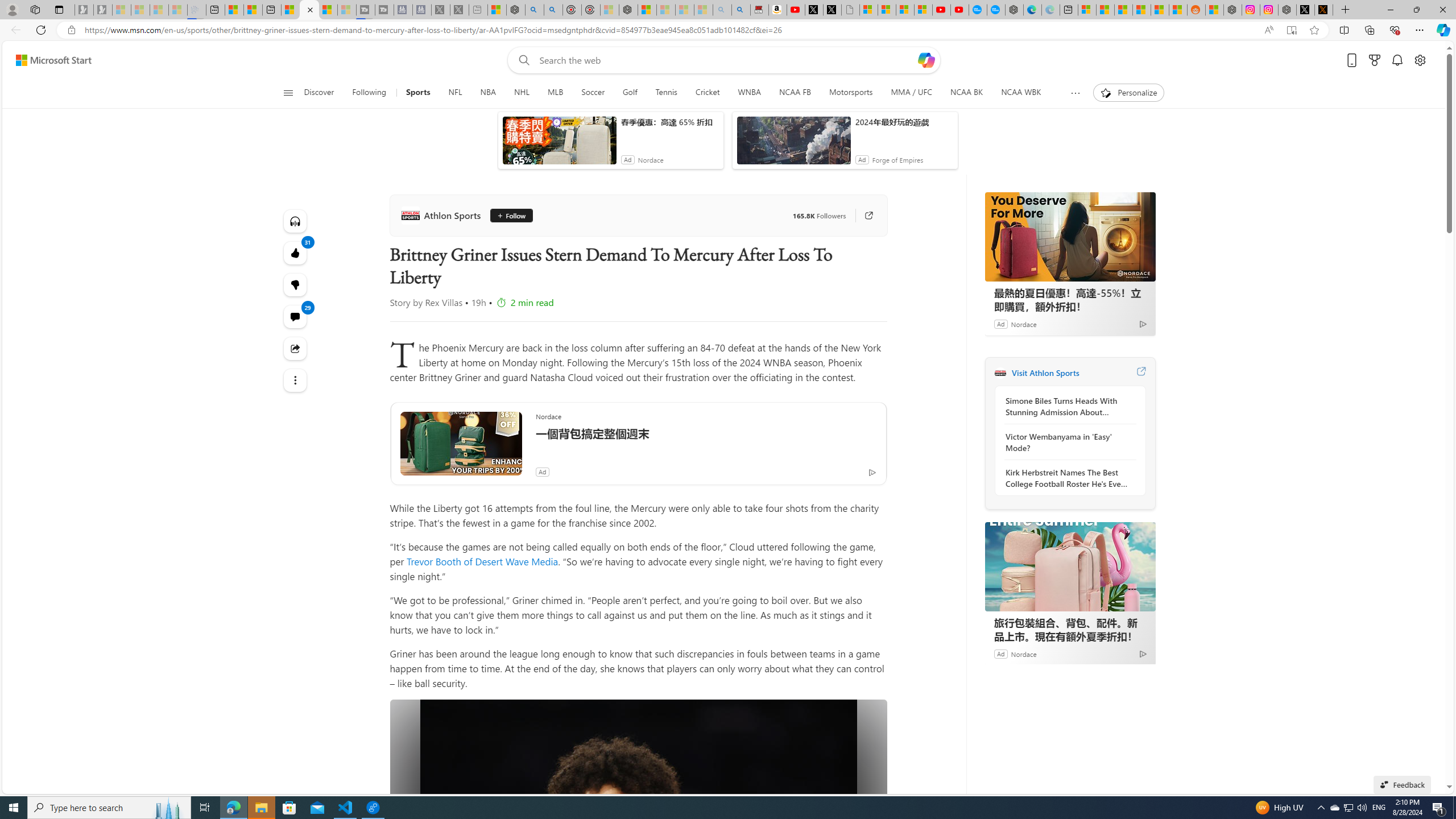  I want to click on 'View site information', so click(71, 30).